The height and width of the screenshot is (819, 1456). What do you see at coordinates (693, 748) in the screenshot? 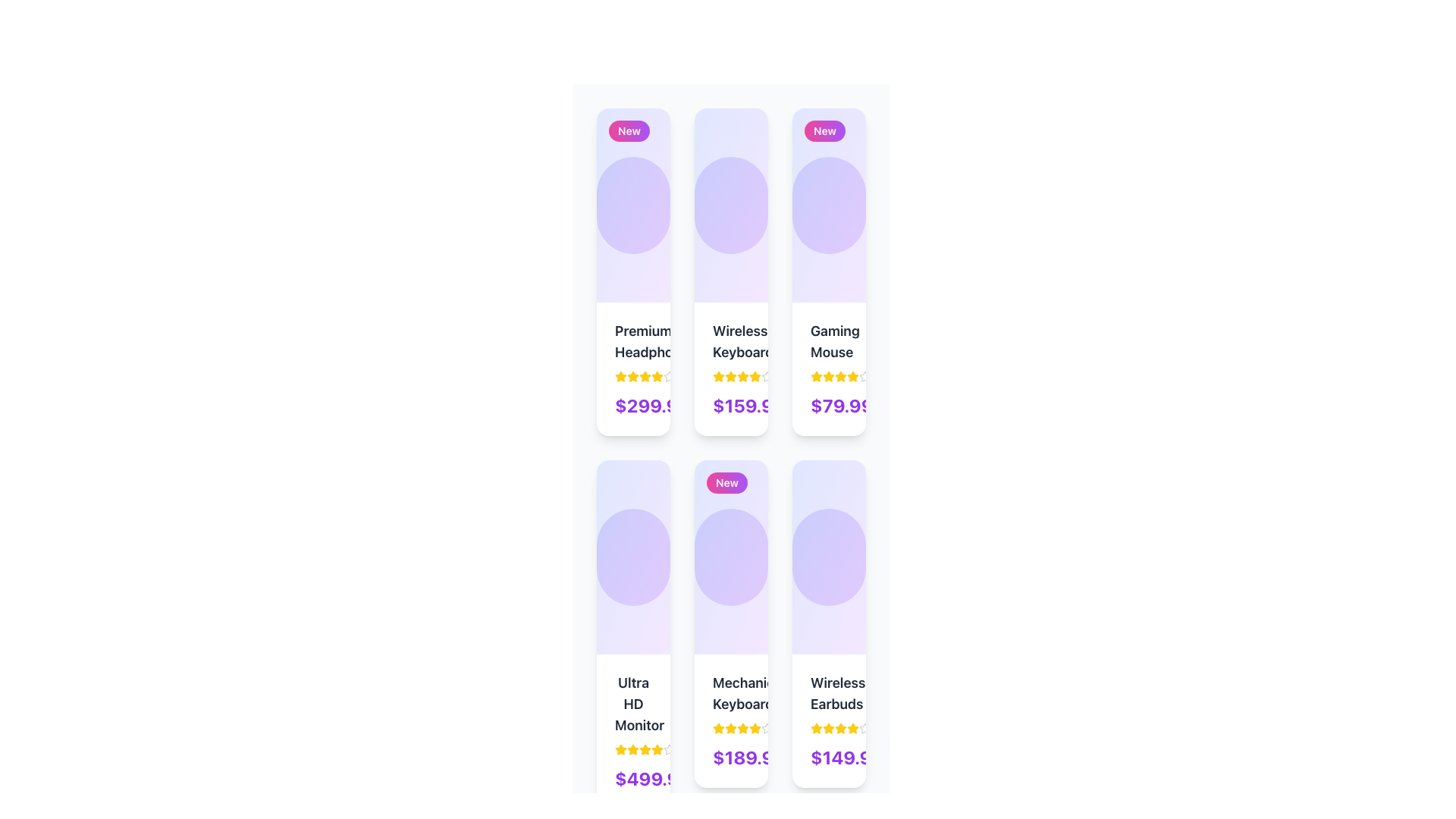
I see `the rating count displayed as '(167)' in gray color, located at the bottom-right corner of the 'Mechanical Keyboard' product card, next to the star rating components` at bounding box center [693, 748].